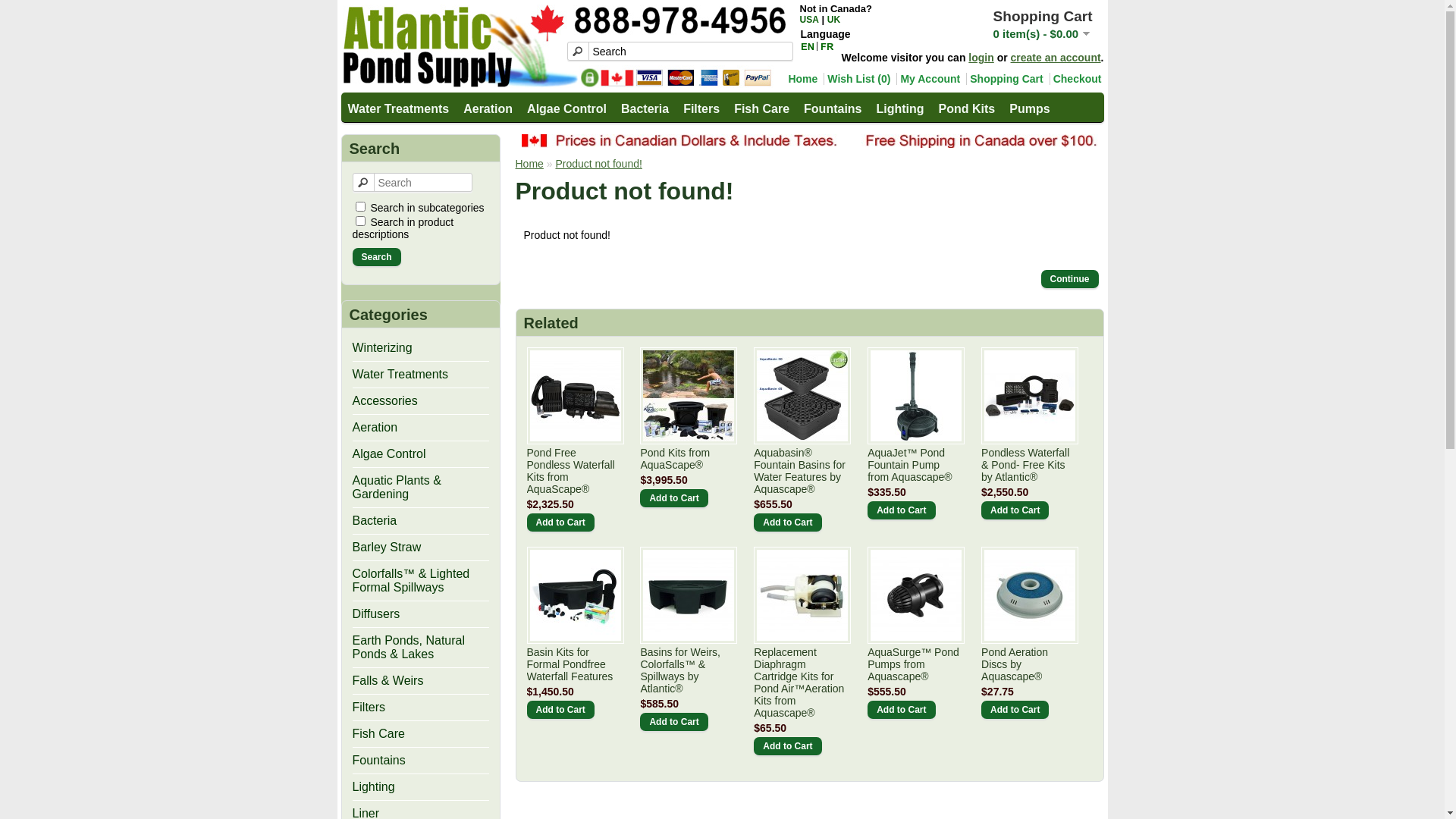  Describe the element at coordinates (927, 79) in the screenshot. I see `'My Account'` at that location.